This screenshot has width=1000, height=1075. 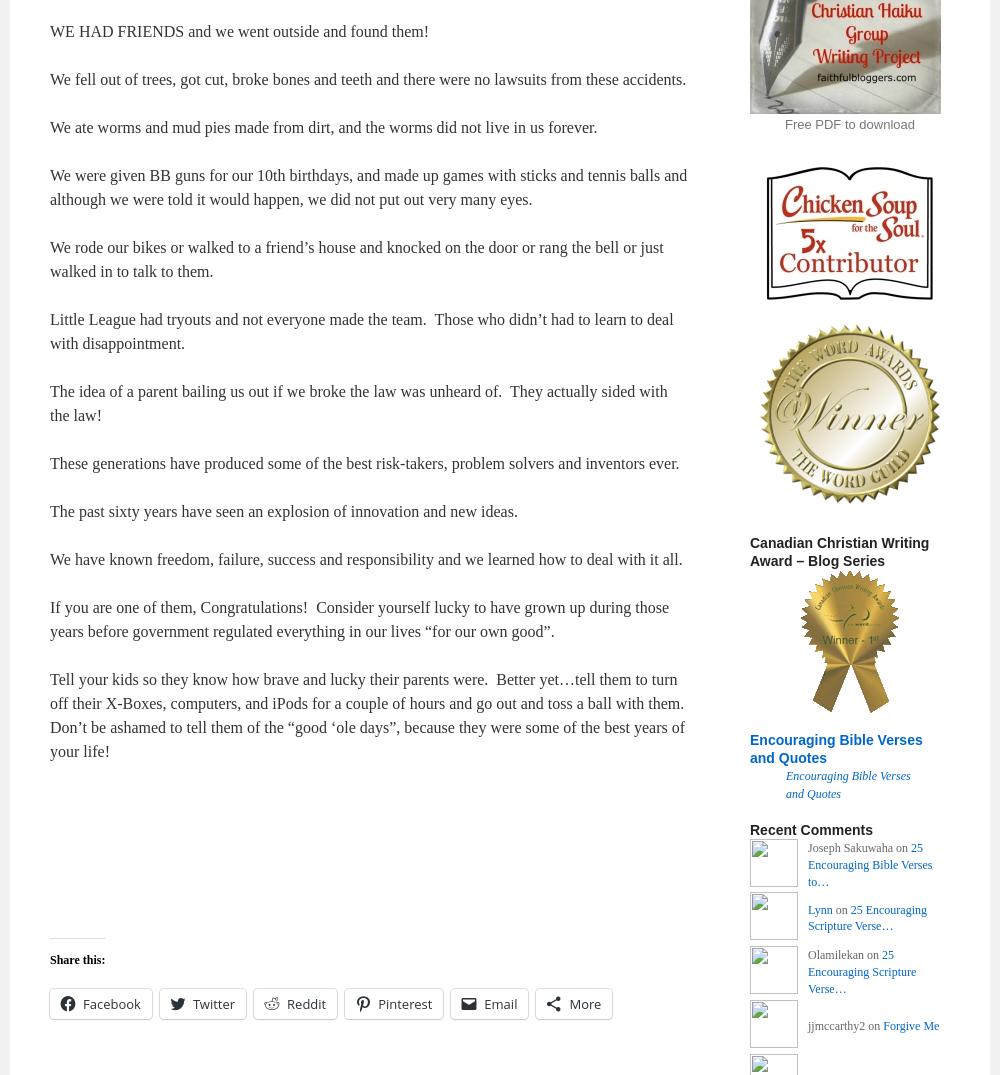 What do you see at coordinates (212, 1003) in the screenshot?
I see `'Twitter'` at bounding box center [212, 1003].